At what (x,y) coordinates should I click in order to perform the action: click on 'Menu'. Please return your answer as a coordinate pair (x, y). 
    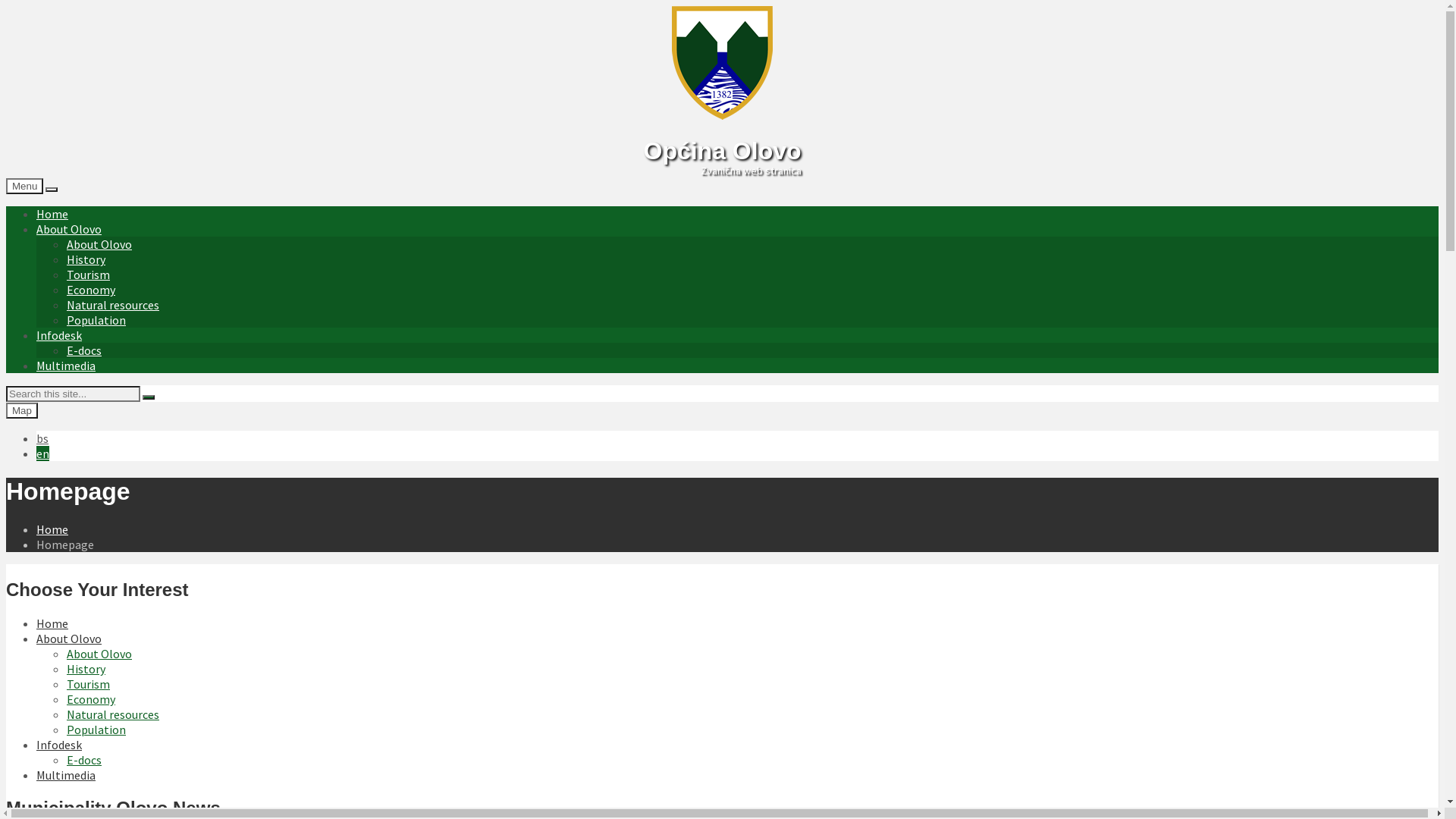
    Looking at the image, I should click on (24, 185).